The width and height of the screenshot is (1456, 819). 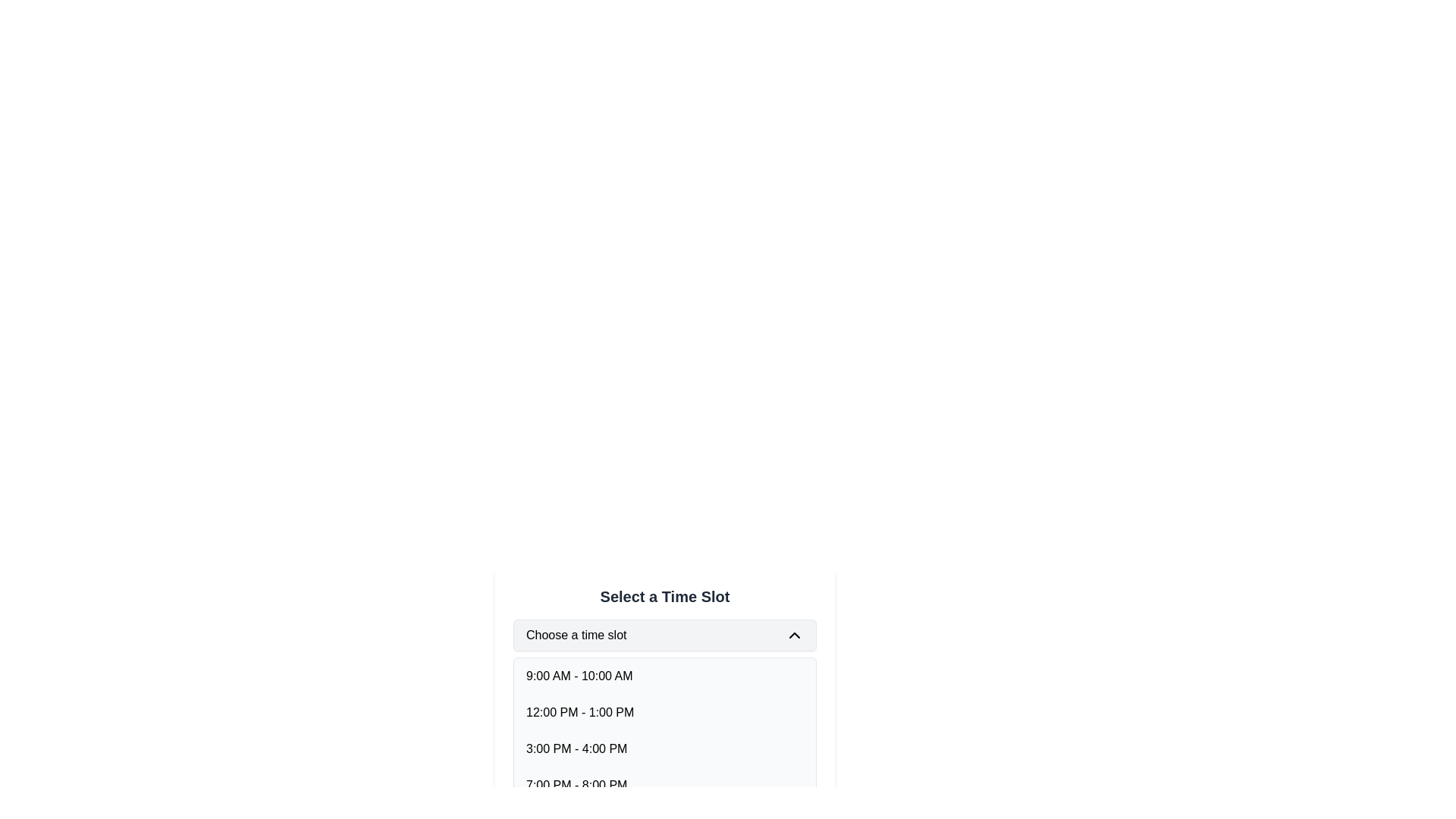 I want to click on the first listed time slot in the dropdown menu titled 'Choose a time slot', so click(x=579, y=675).